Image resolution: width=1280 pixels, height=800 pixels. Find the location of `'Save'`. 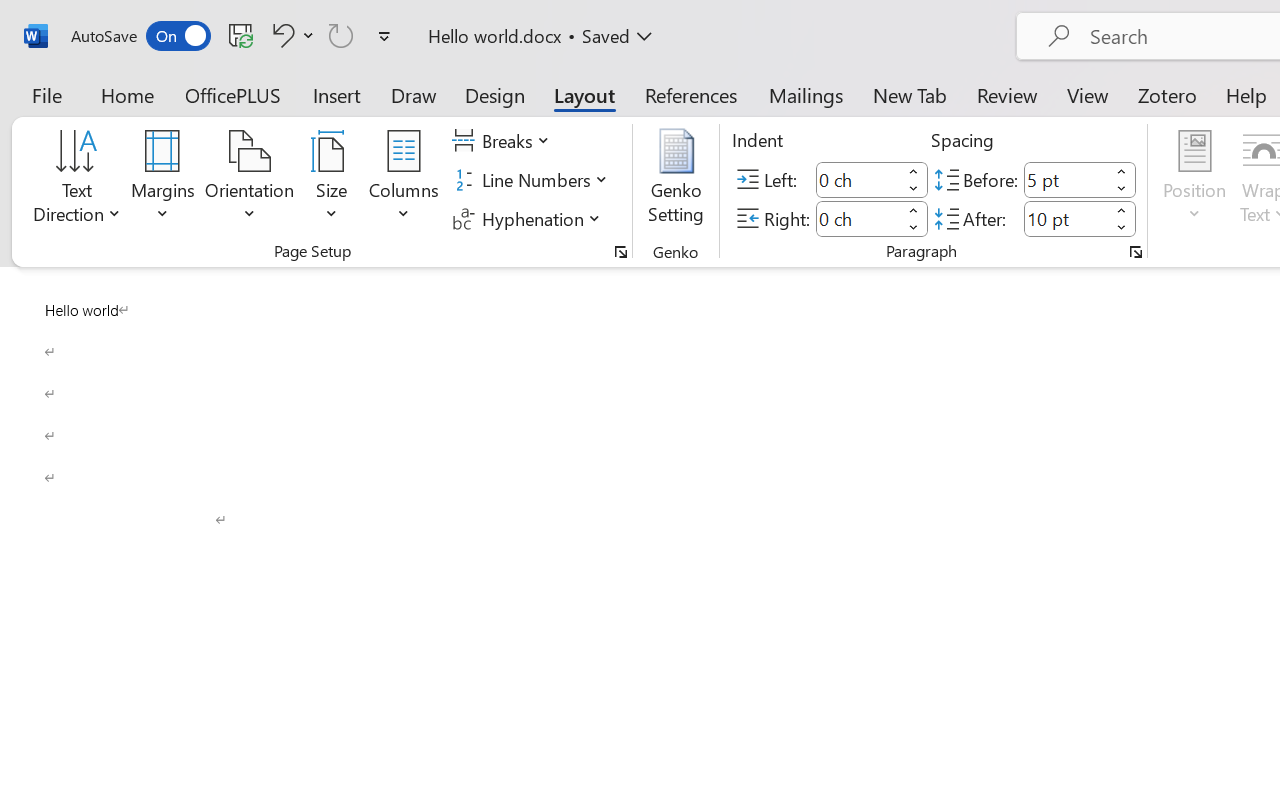

'Save' is located at coordinates (240, 34).